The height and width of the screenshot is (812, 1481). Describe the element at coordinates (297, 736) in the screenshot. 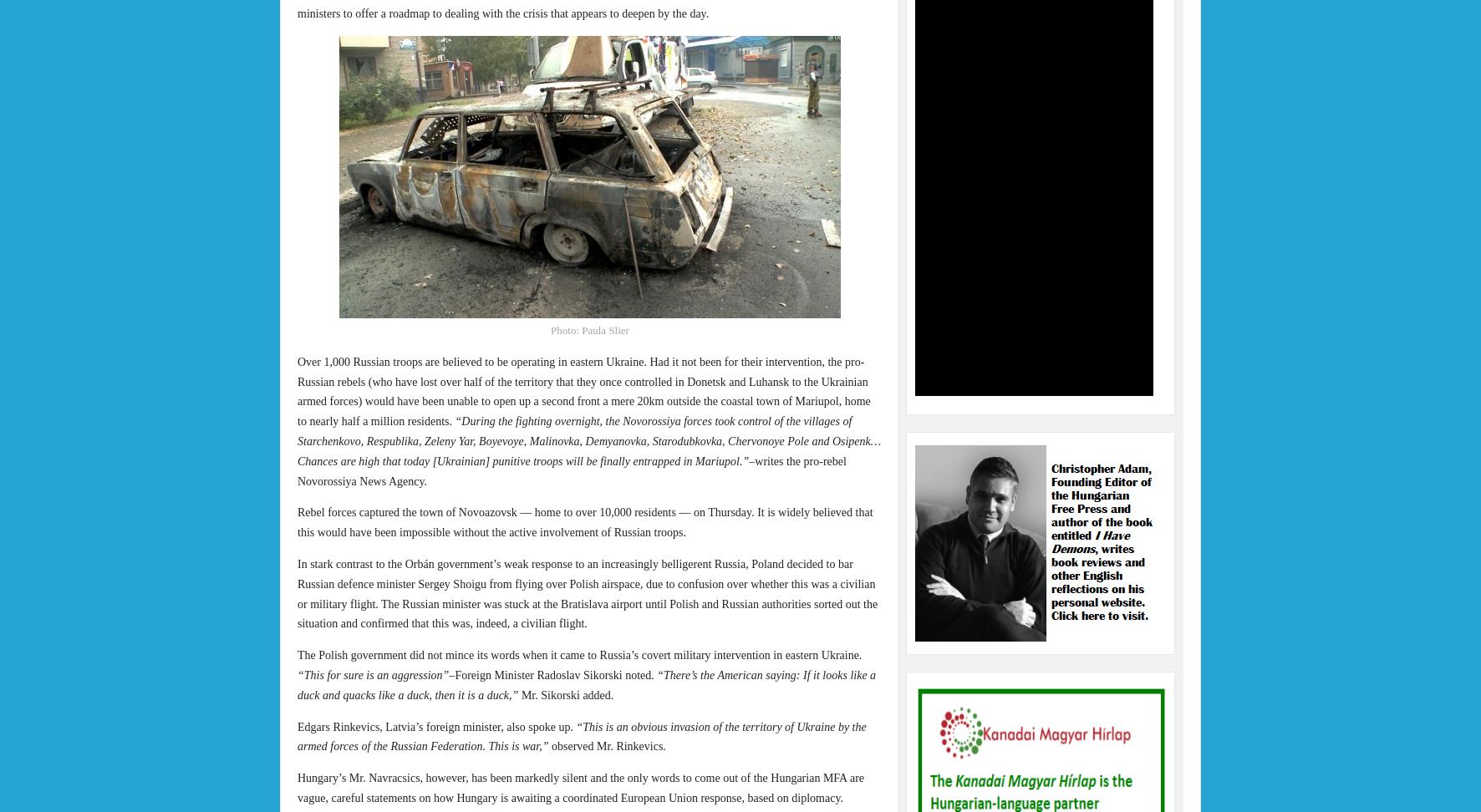

I see `'“This is an obvious invasion of the territory of Ukraine by the armed forces of the Russian Federation. This is war,”'` at that location.